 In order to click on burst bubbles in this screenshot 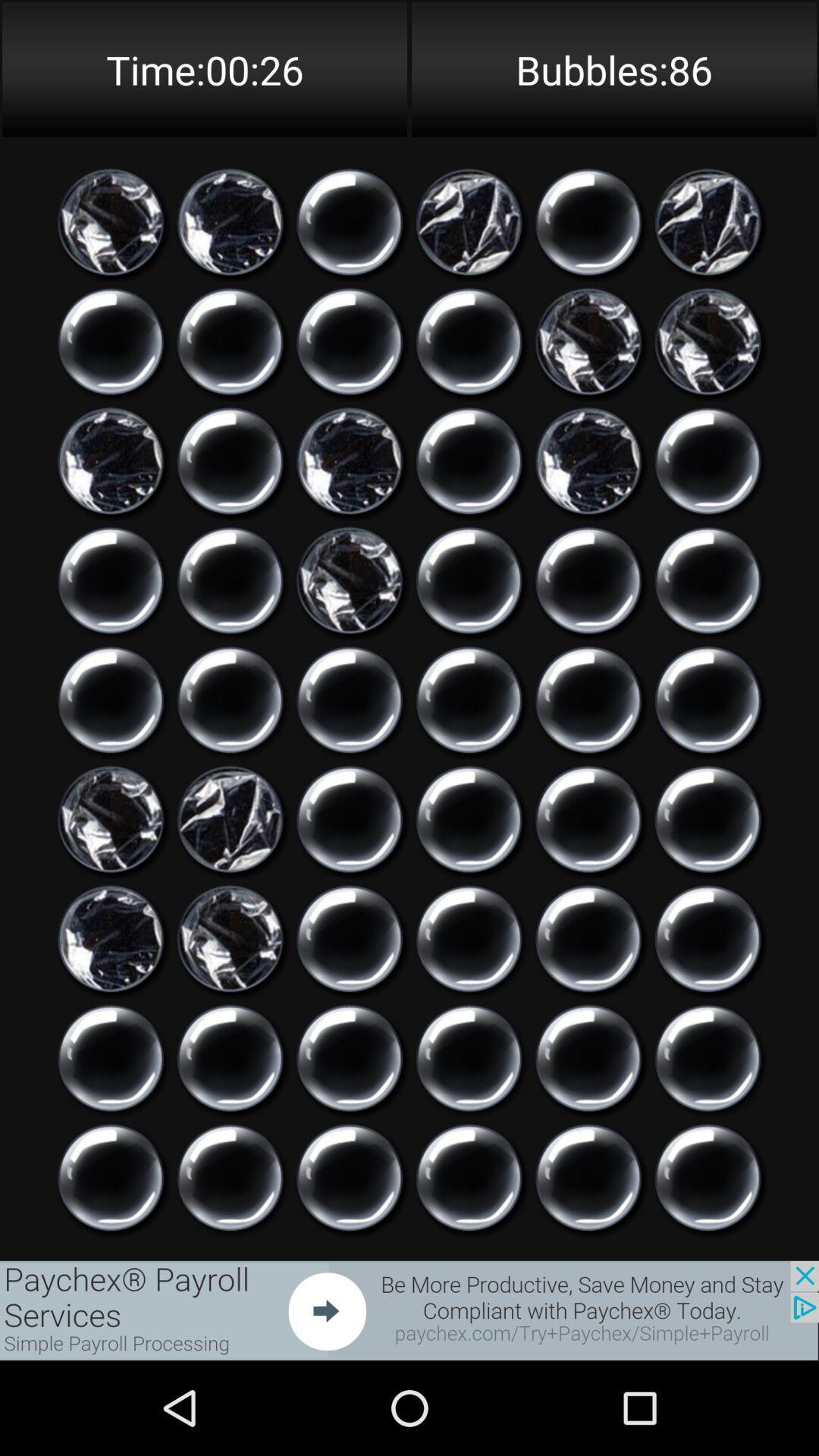, I will do `click(468, 699)`.